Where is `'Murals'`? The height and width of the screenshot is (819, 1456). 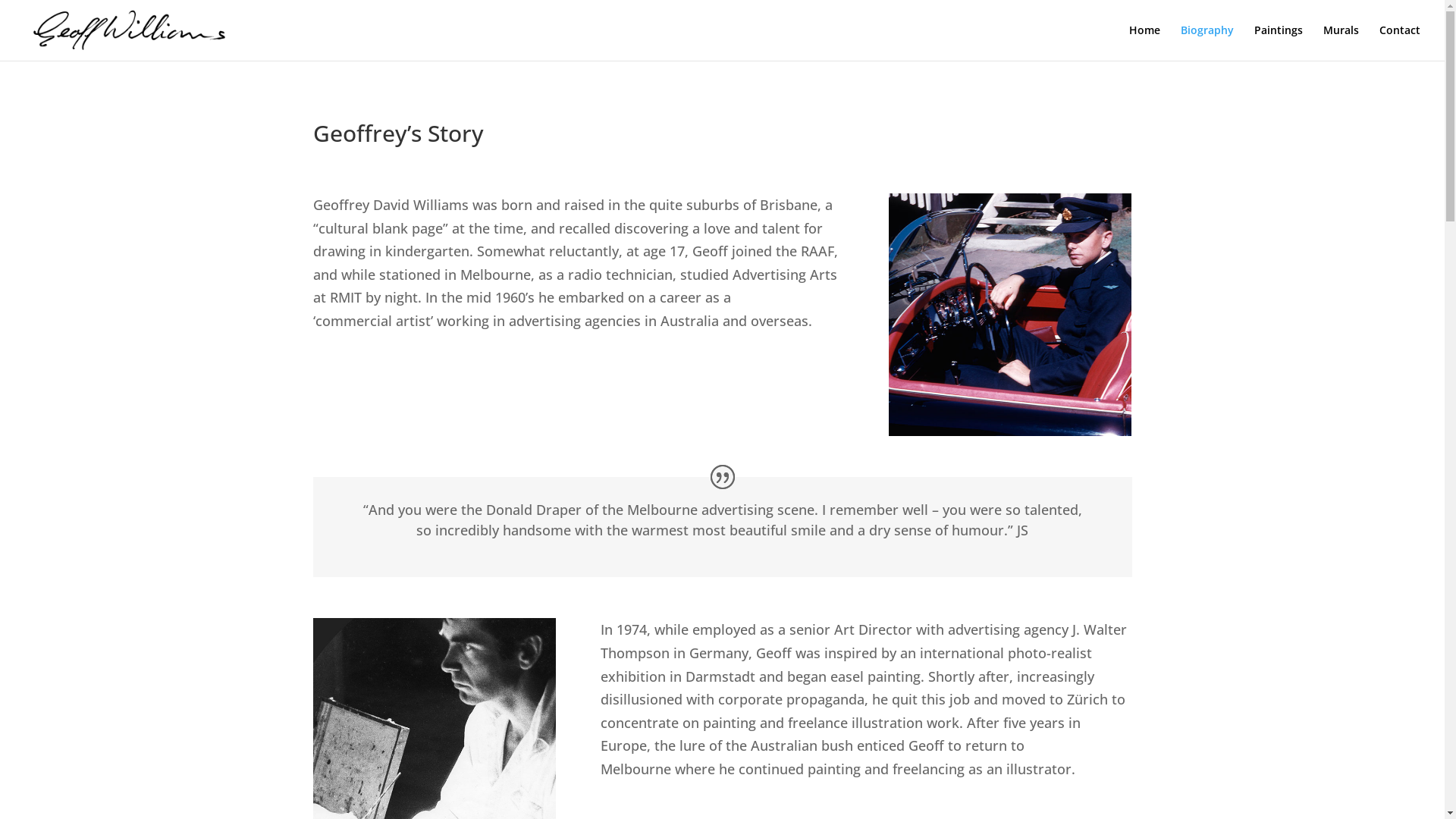
'Murals' is located at coordinates (1323, 42).